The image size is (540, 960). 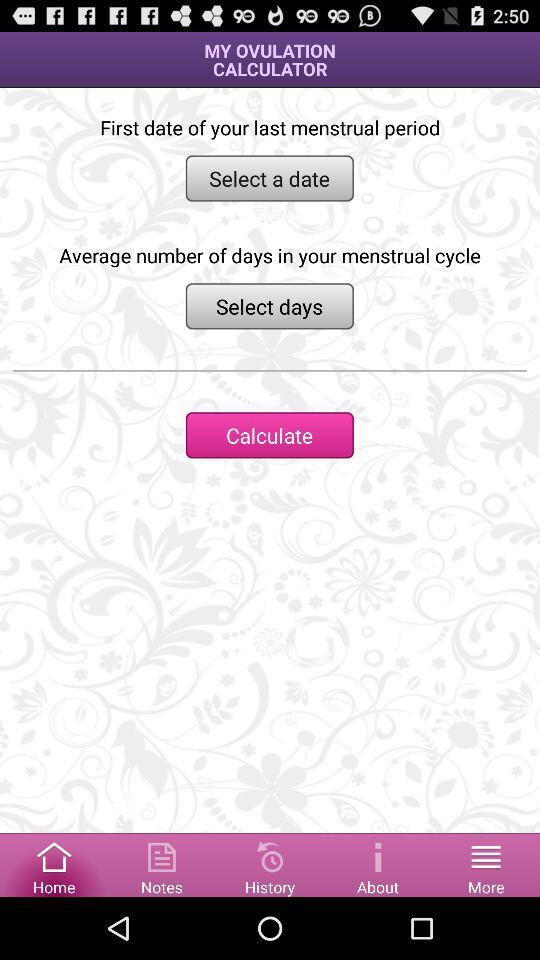 What do you see at coordinates (378, 863) in the screenshot?
I see `about button` at bounding box center [378, 863].